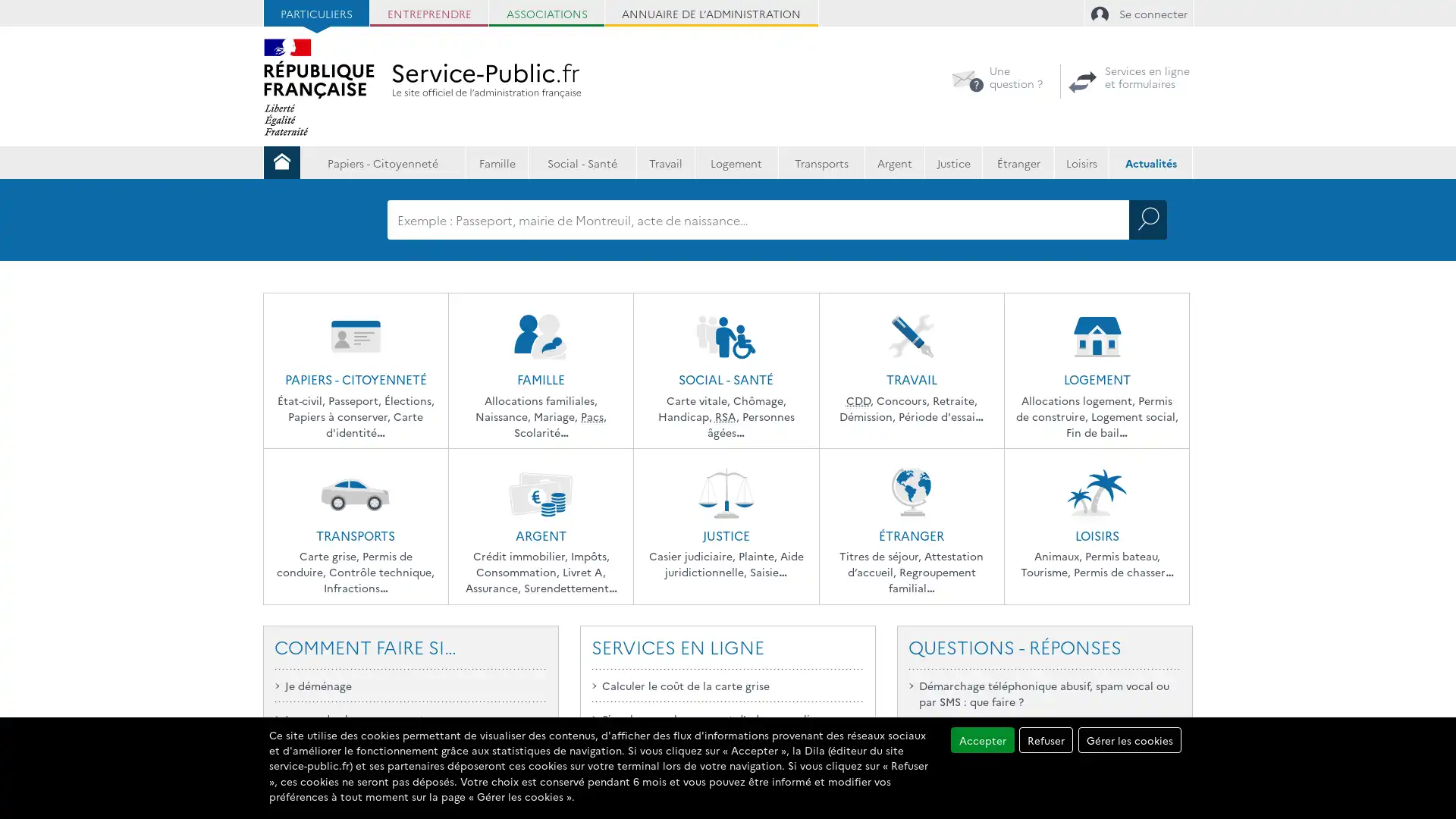 This screenshot has height=819, width=1456. I want to click on Argent, so click(894, 162).